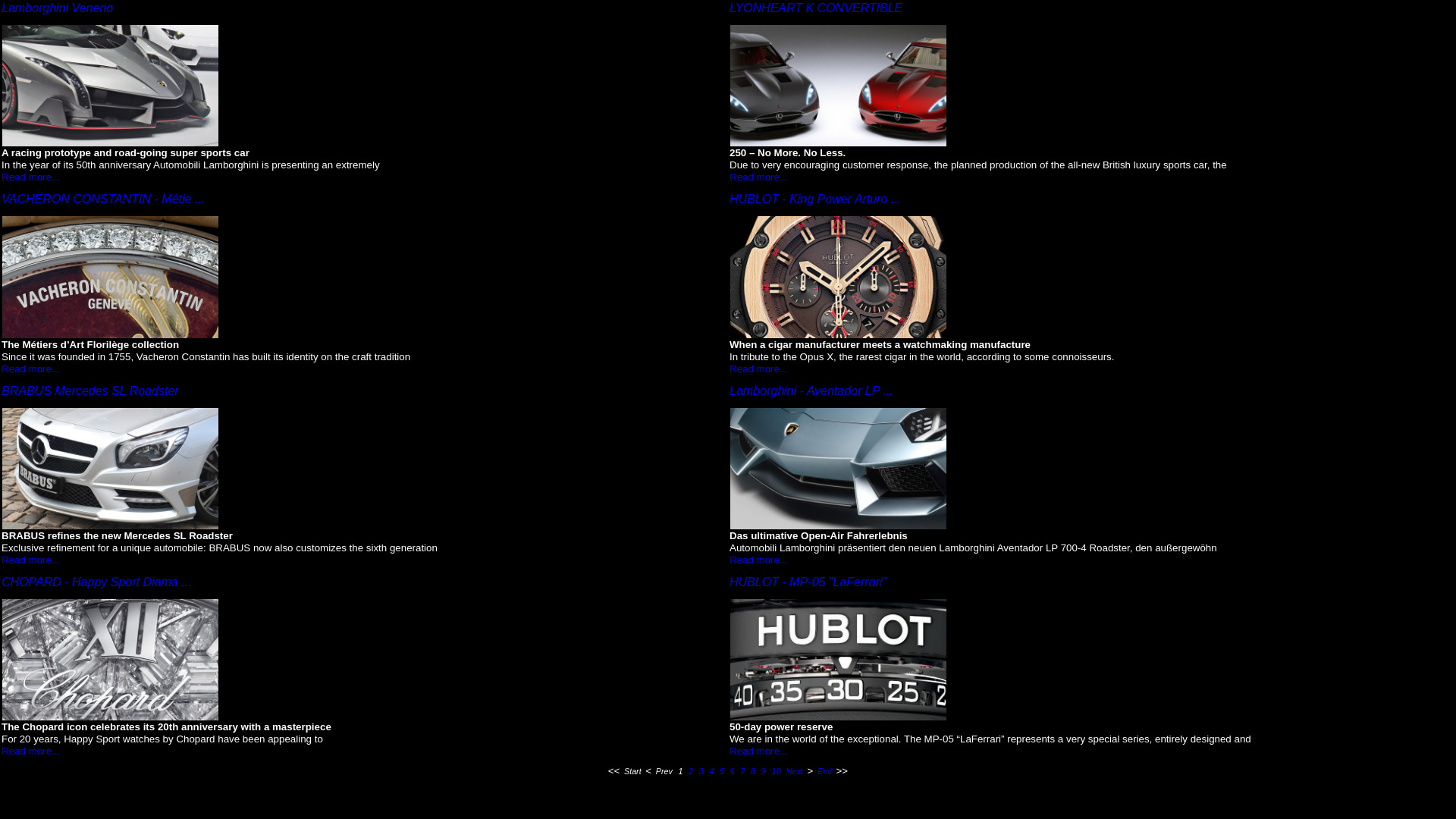  I want to click on '8', so click(753, 771).